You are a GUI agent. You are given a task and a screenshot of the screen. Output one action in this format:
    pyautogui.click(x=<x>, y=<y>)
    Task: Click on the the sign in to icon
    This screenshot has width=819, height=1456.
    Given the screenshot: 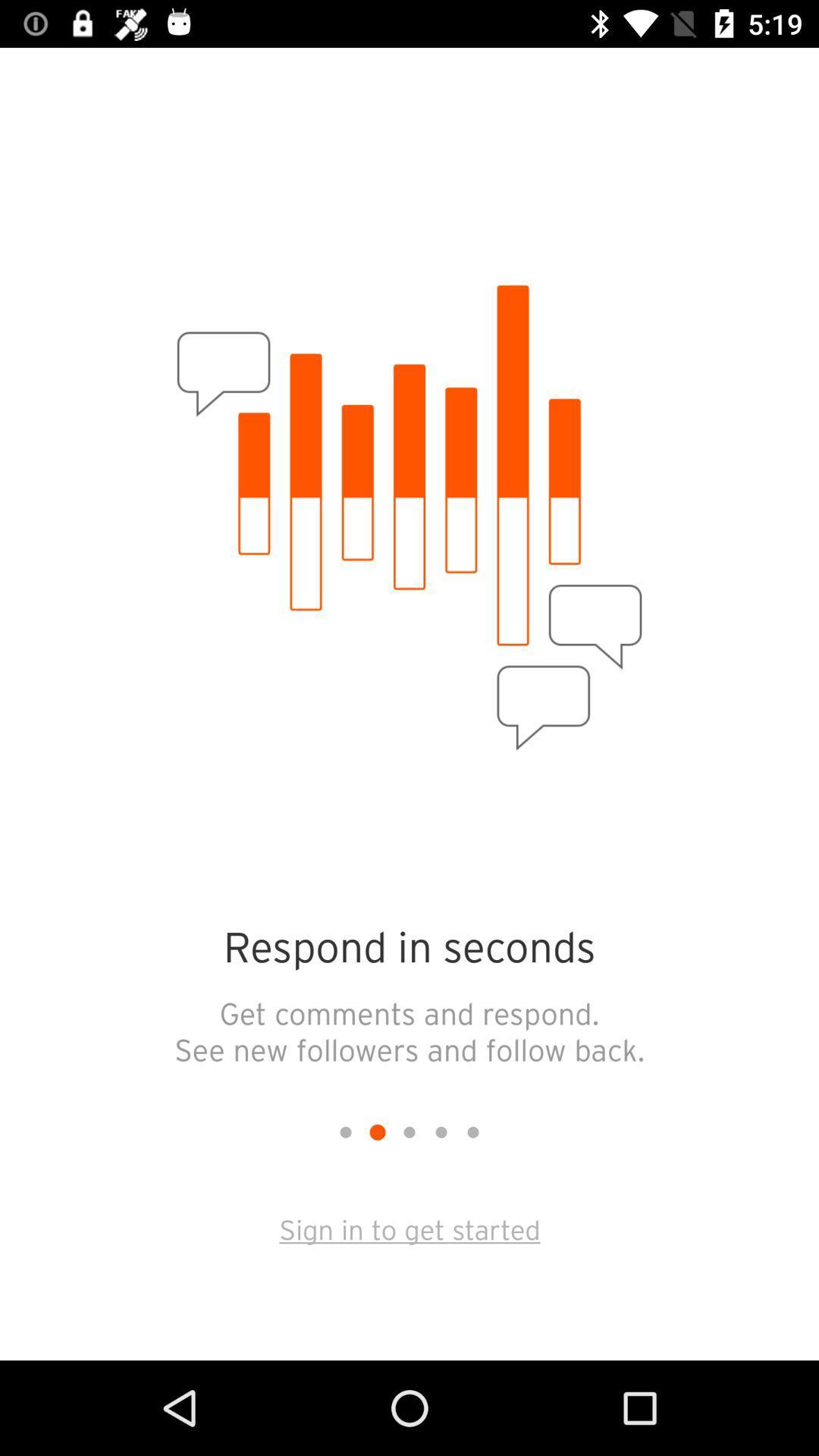 What is the action you would take?
    pyautogui.click(x=409, y=1228)
    